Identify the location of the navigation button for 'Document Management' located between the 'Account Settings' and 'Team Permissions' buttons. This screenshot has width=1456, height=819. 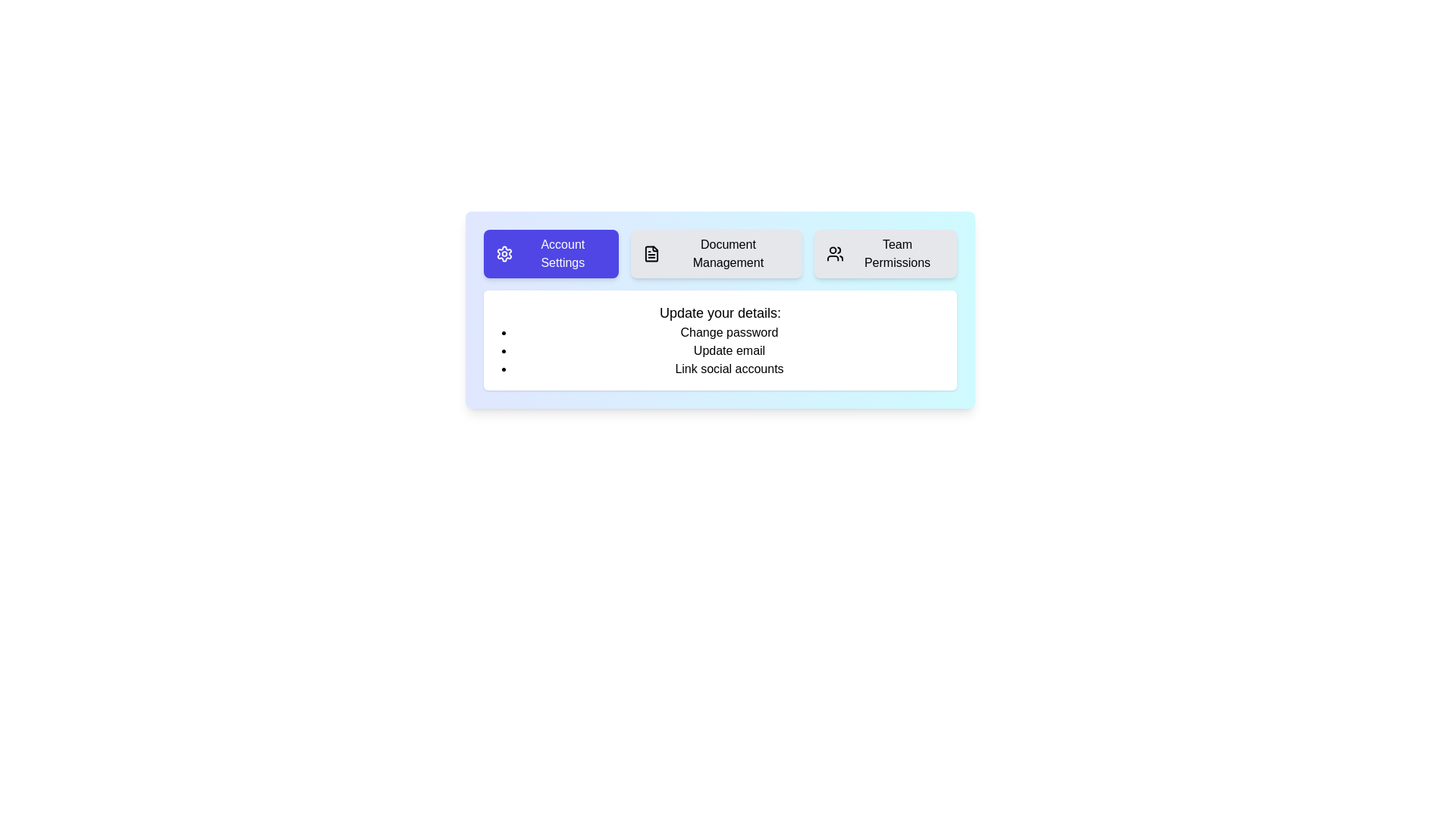
(720, 253).